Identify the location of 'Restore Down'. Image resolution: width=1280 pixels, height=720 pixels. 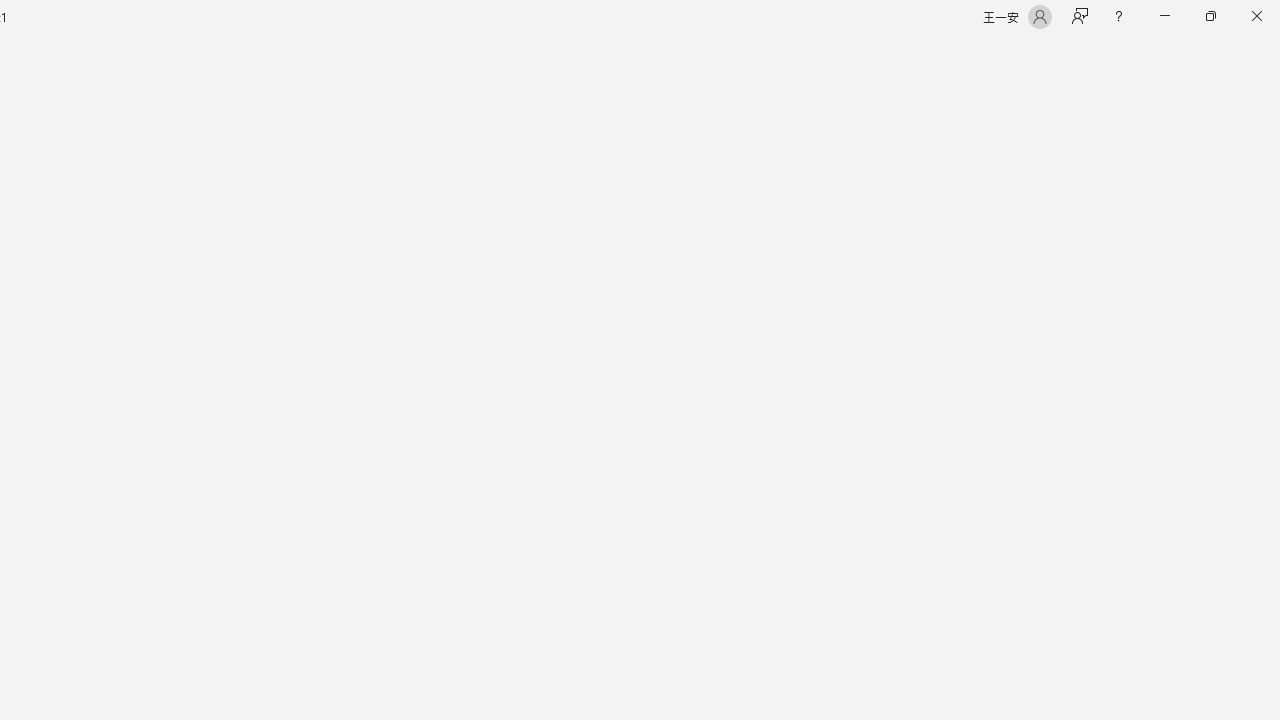
(1209, 16).